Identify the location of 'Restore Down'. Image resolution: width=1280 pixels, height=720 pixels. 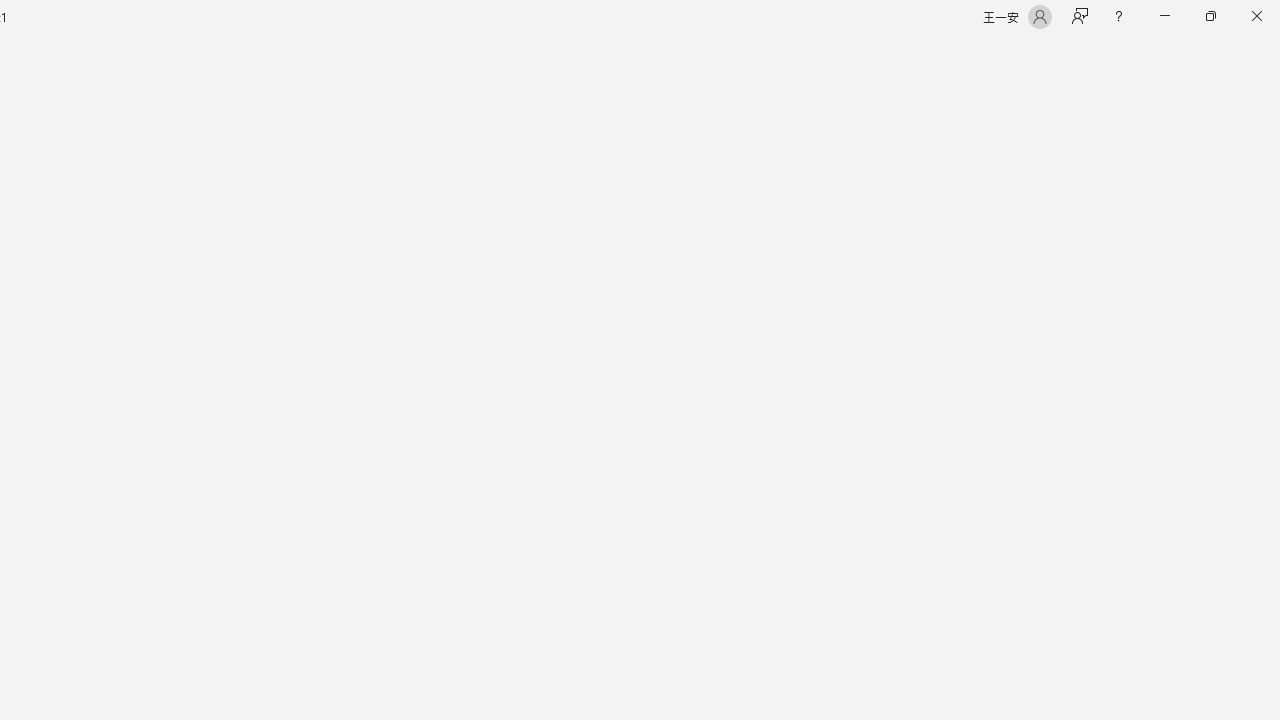
(1209, 16).